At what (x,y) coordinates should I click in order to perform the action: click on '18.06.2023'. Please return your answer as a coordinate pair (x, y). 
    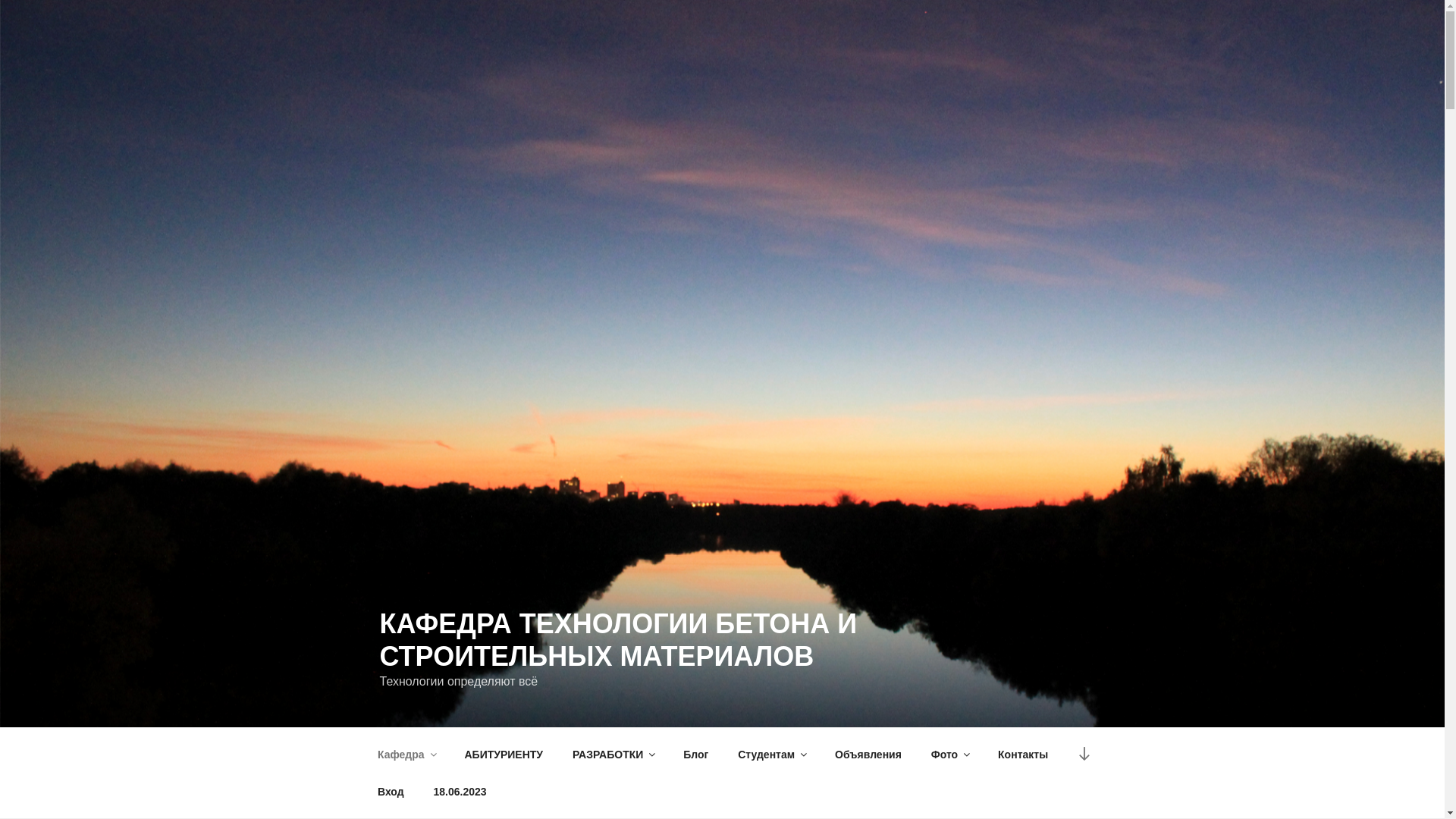
    Looking at the image, I should click on (459, 791).